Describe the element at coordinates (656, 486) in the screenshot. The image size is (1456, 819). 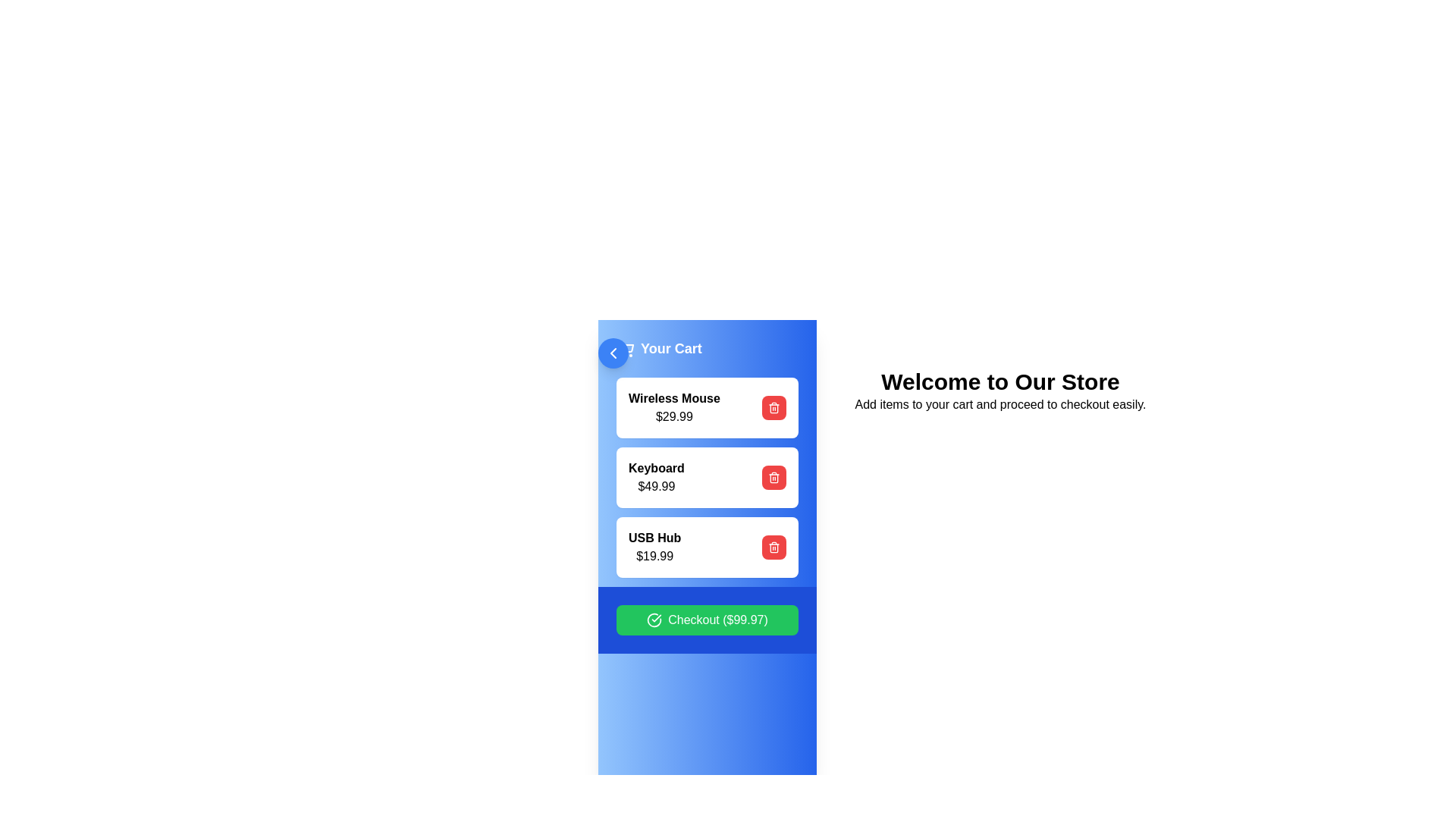
I see `price information displayed as '$49.99' in black text on a white background, located beneath the title 'Keyboard' in the shopping cart interface` at that location.